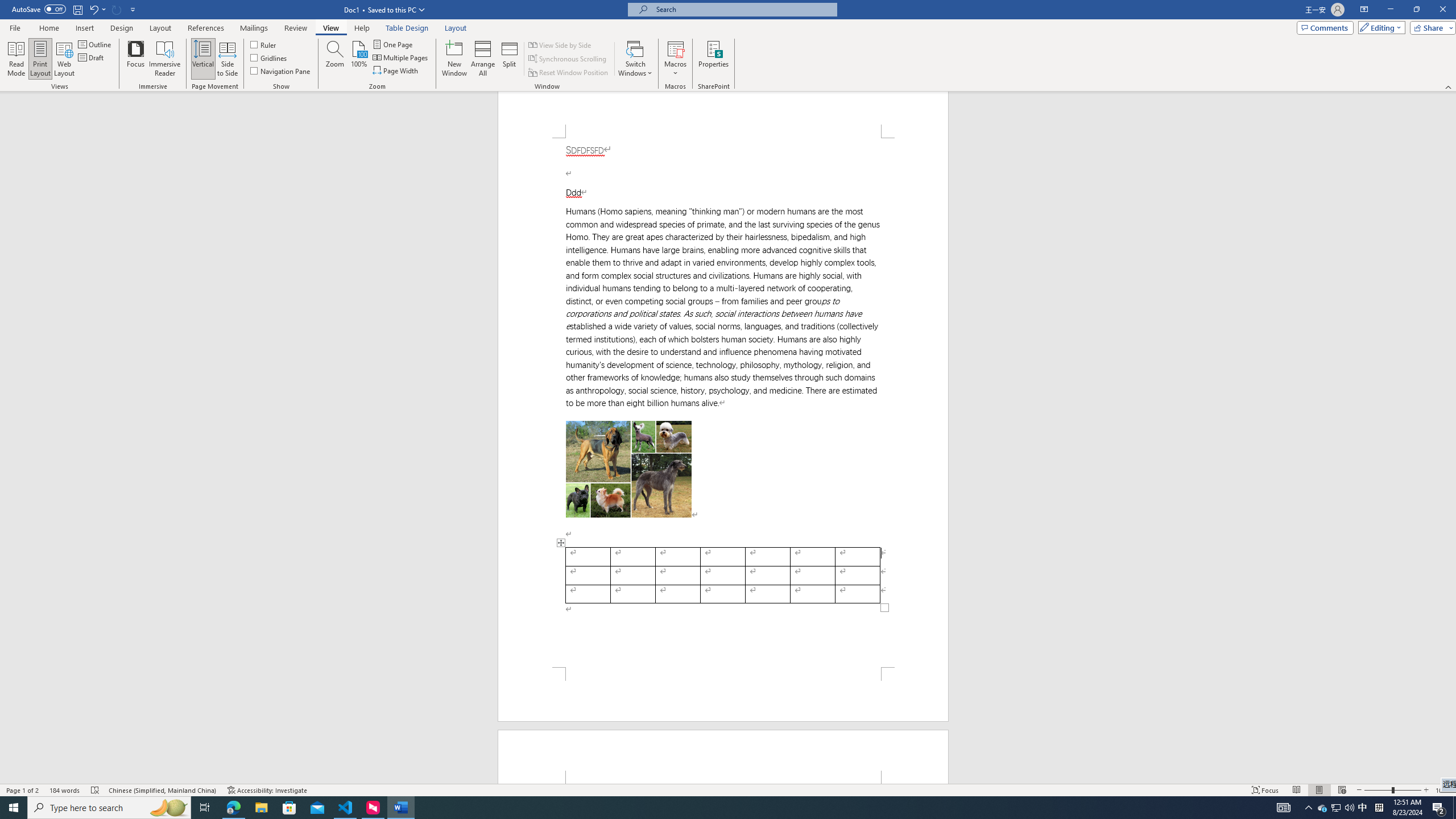 The image size is (1456, 819). I want to click on 'Page Width', so click(396, 69).